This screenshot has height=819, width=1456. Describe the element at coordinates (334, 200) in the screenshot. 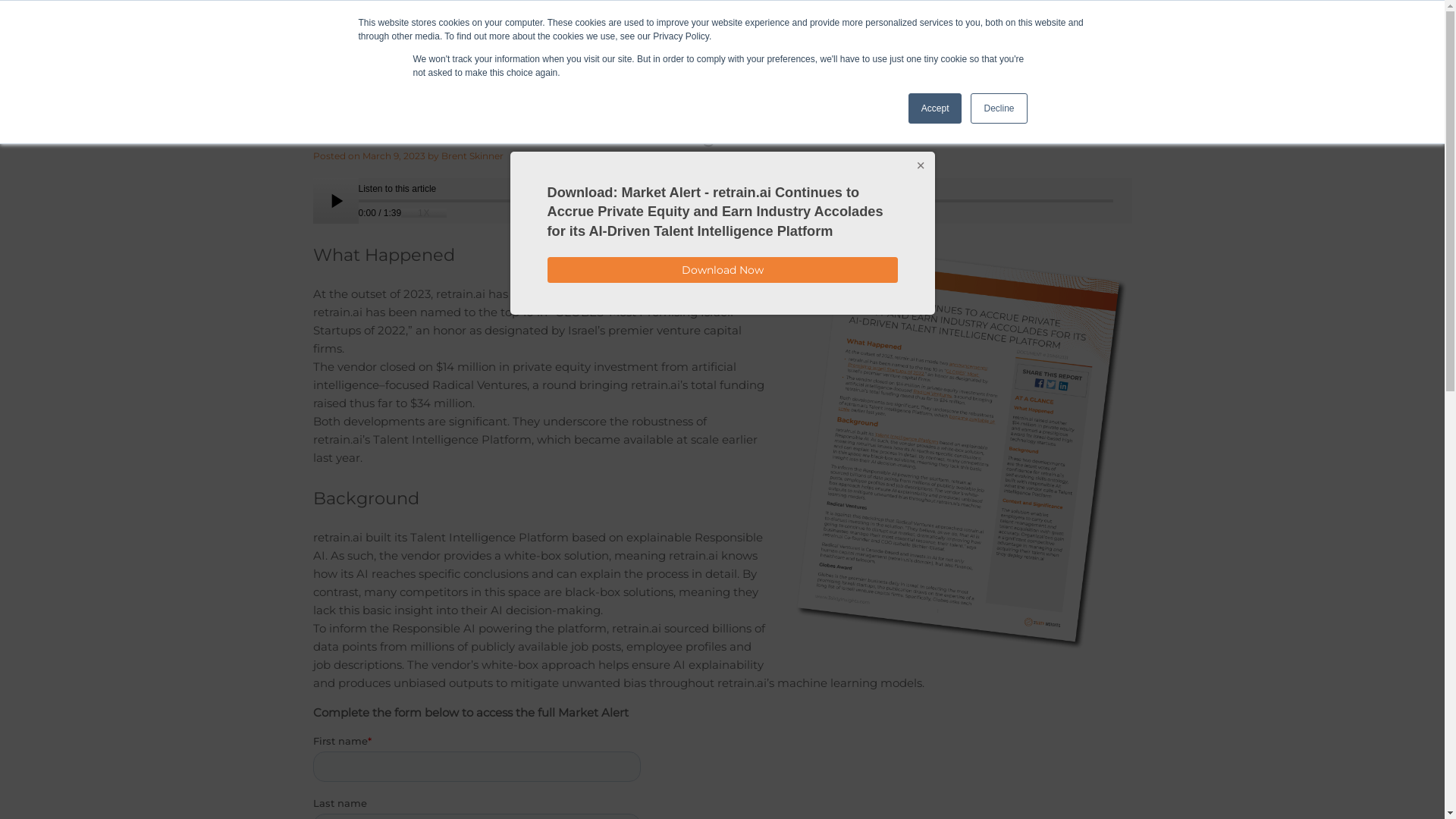

I see `'pause'` at that location.